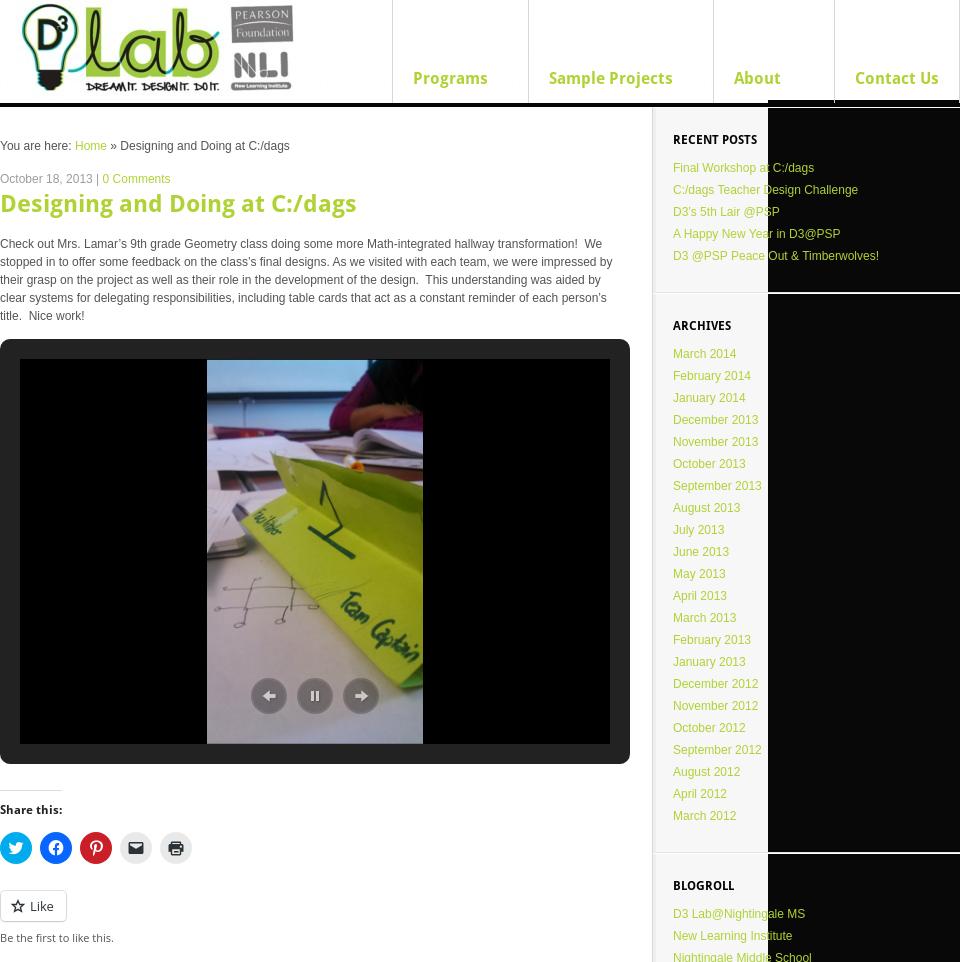 This screenshot has width=960, height=962. I want to click on 'October 2013', so click(708, 463).